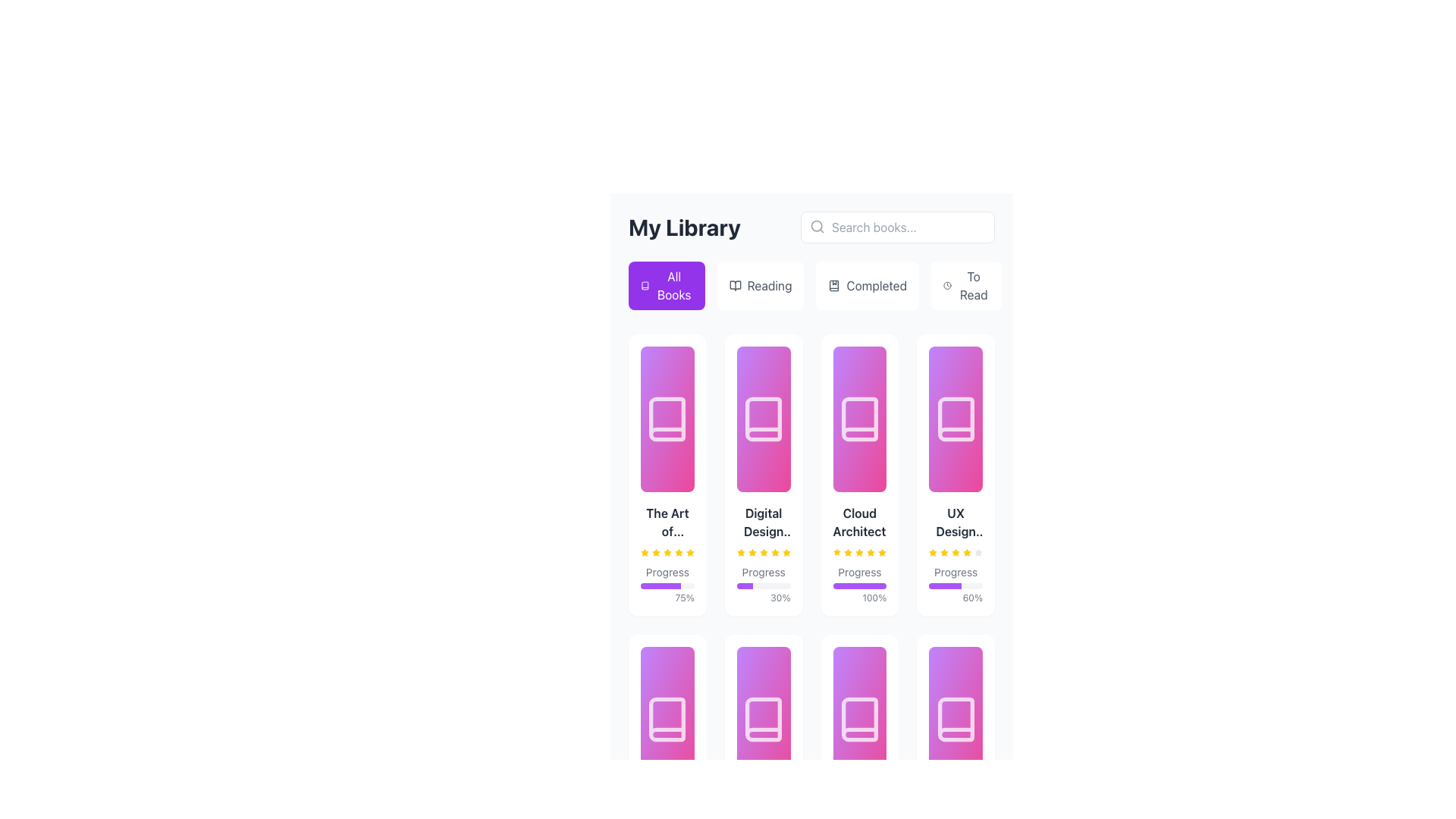  Describe the element at coordinates (786, 553) in the screenshot. I see `the 5th star icon in the rating system for the book 'Cloud Architect' located in the 'All Books' section` at that location.